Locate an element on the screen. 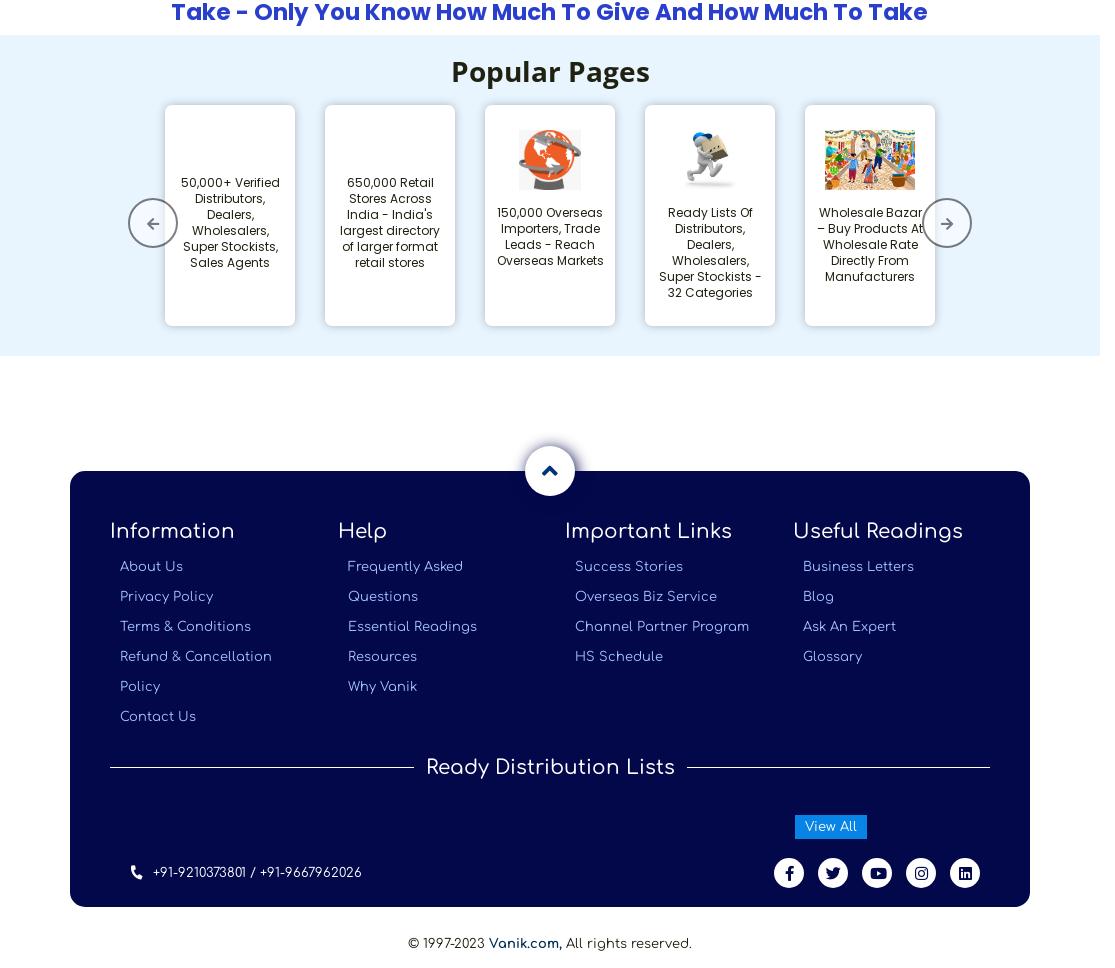 Image resolution: width=1115 pixels, height=968 pixels. '© 1997-2023' is located at coordinates (448, 942).